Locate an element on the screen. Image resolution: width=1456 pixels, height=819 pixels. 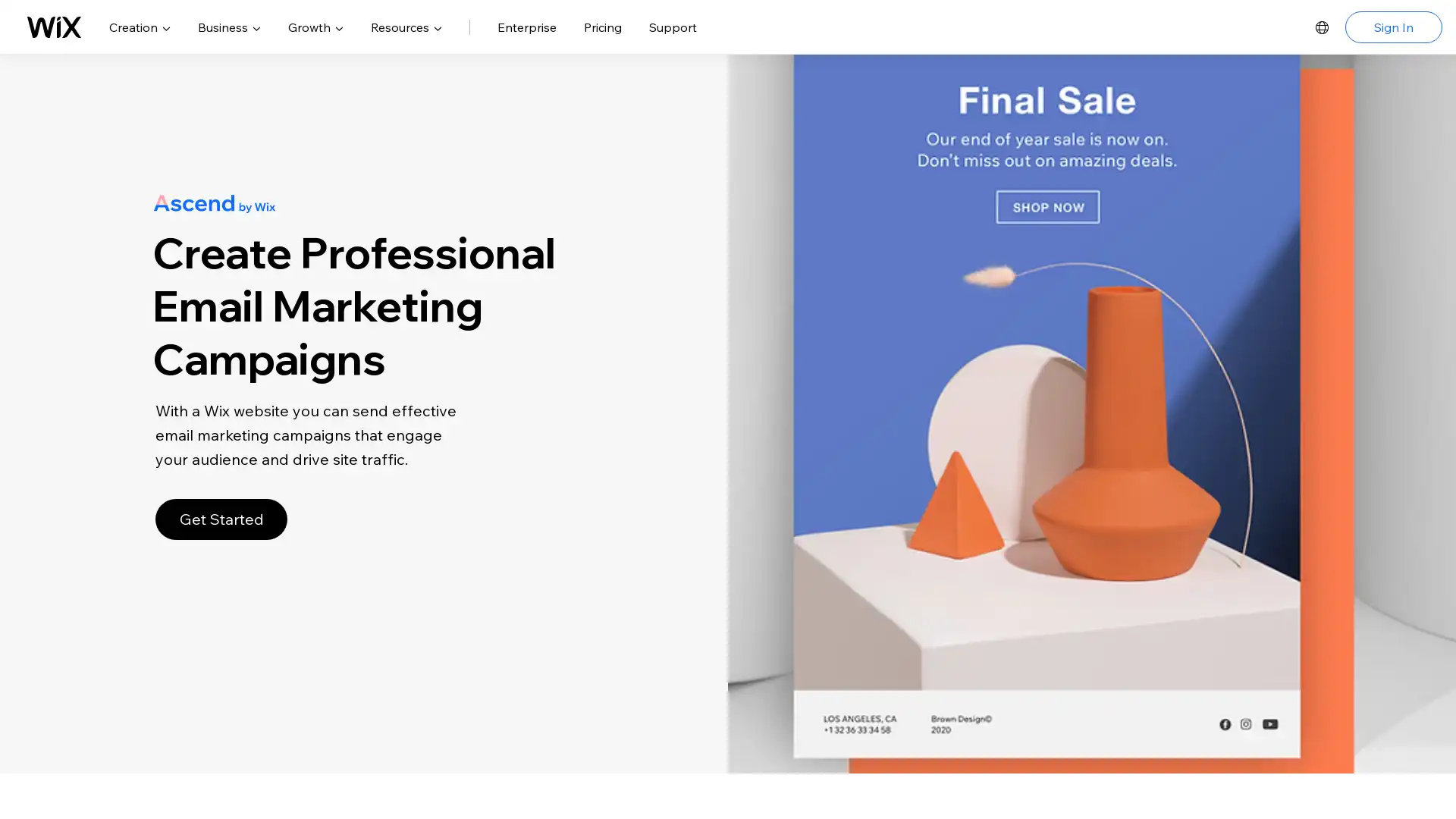
Growth is located at coordinates (315, 26).